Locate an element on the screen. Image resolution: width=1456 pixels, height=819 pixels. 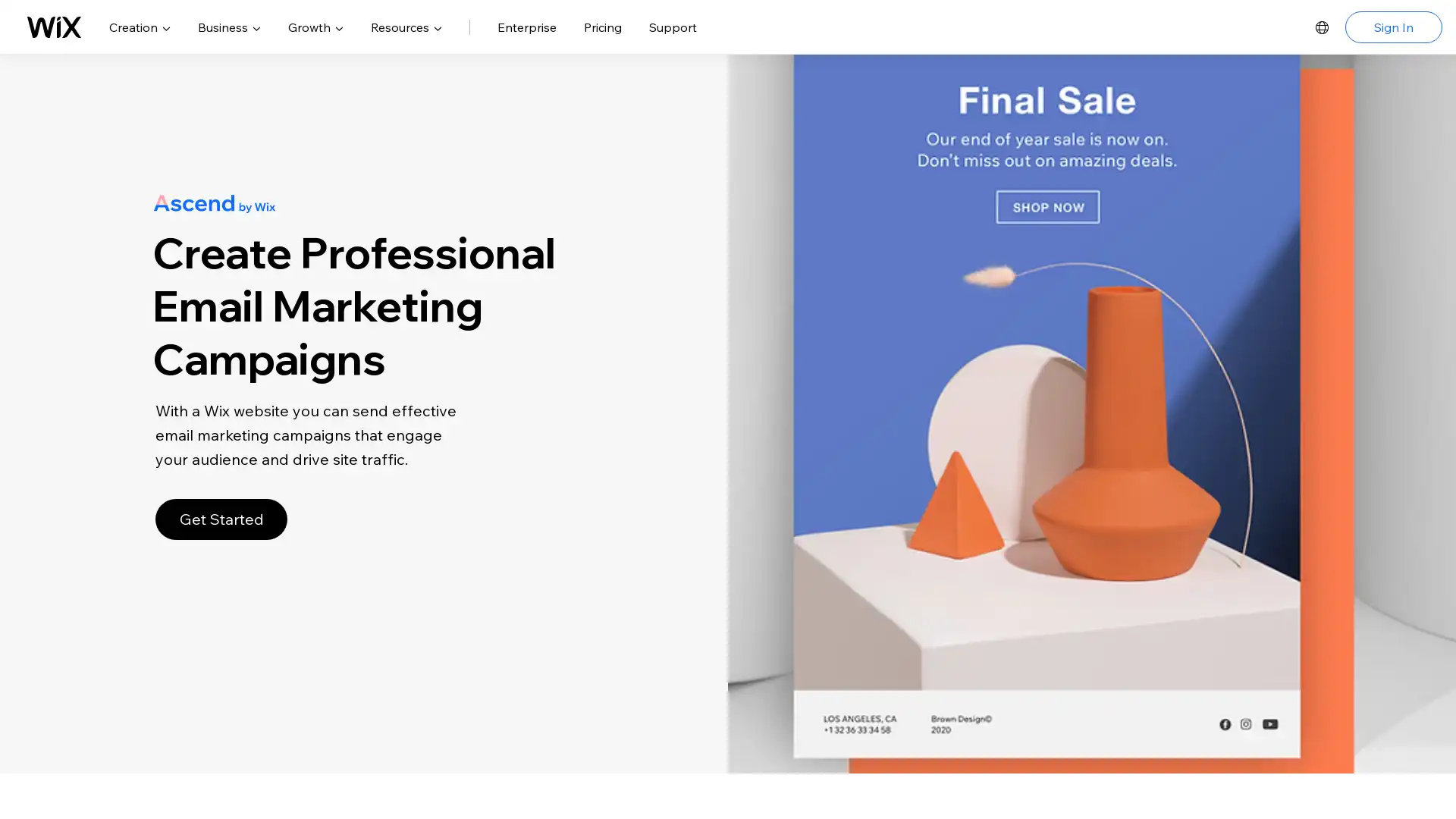
Growth is located at coordinates (315, 26).